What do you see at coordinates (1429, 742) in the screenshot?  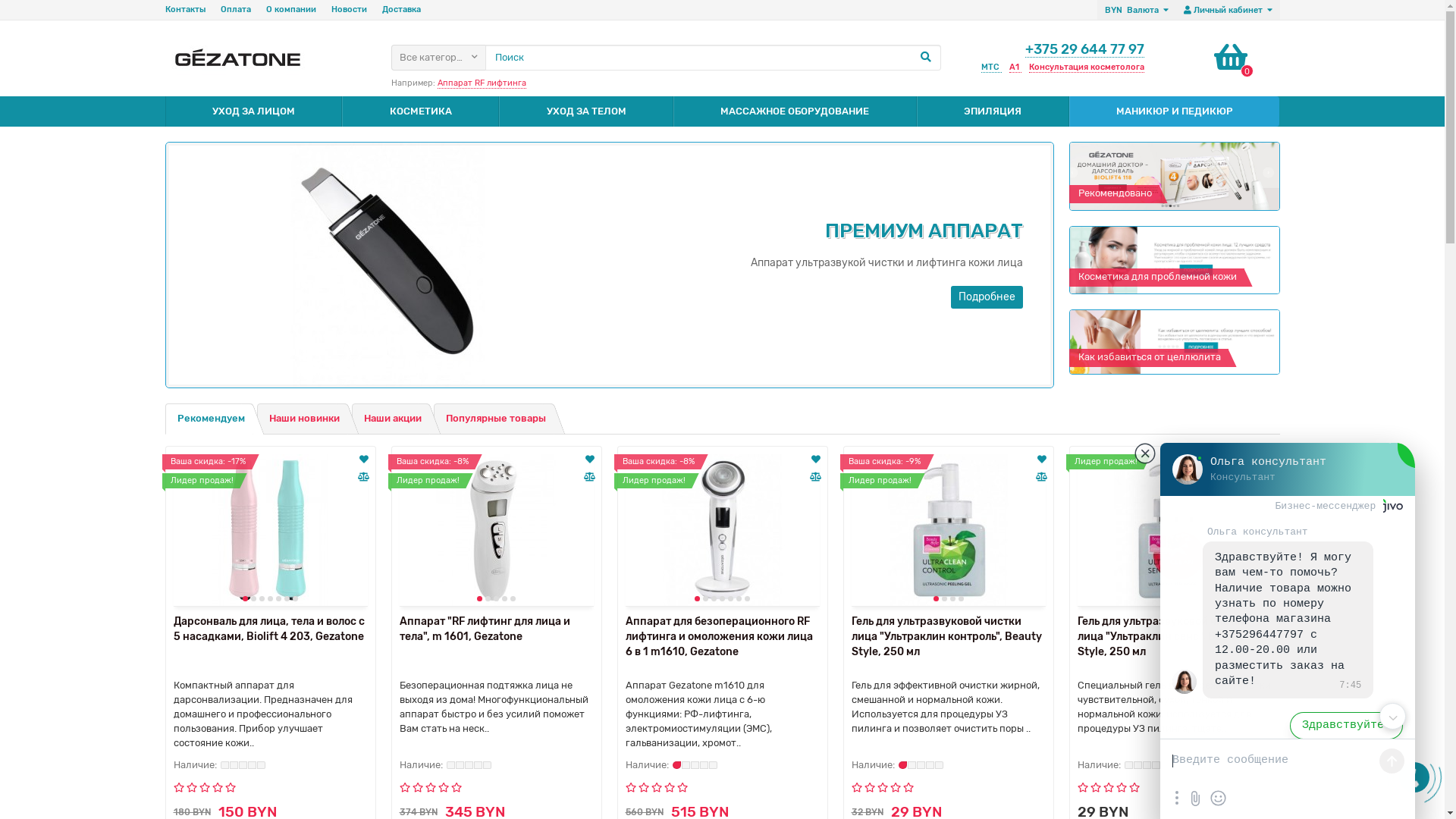 I see `'0'` at bounding box center [1429, 742].